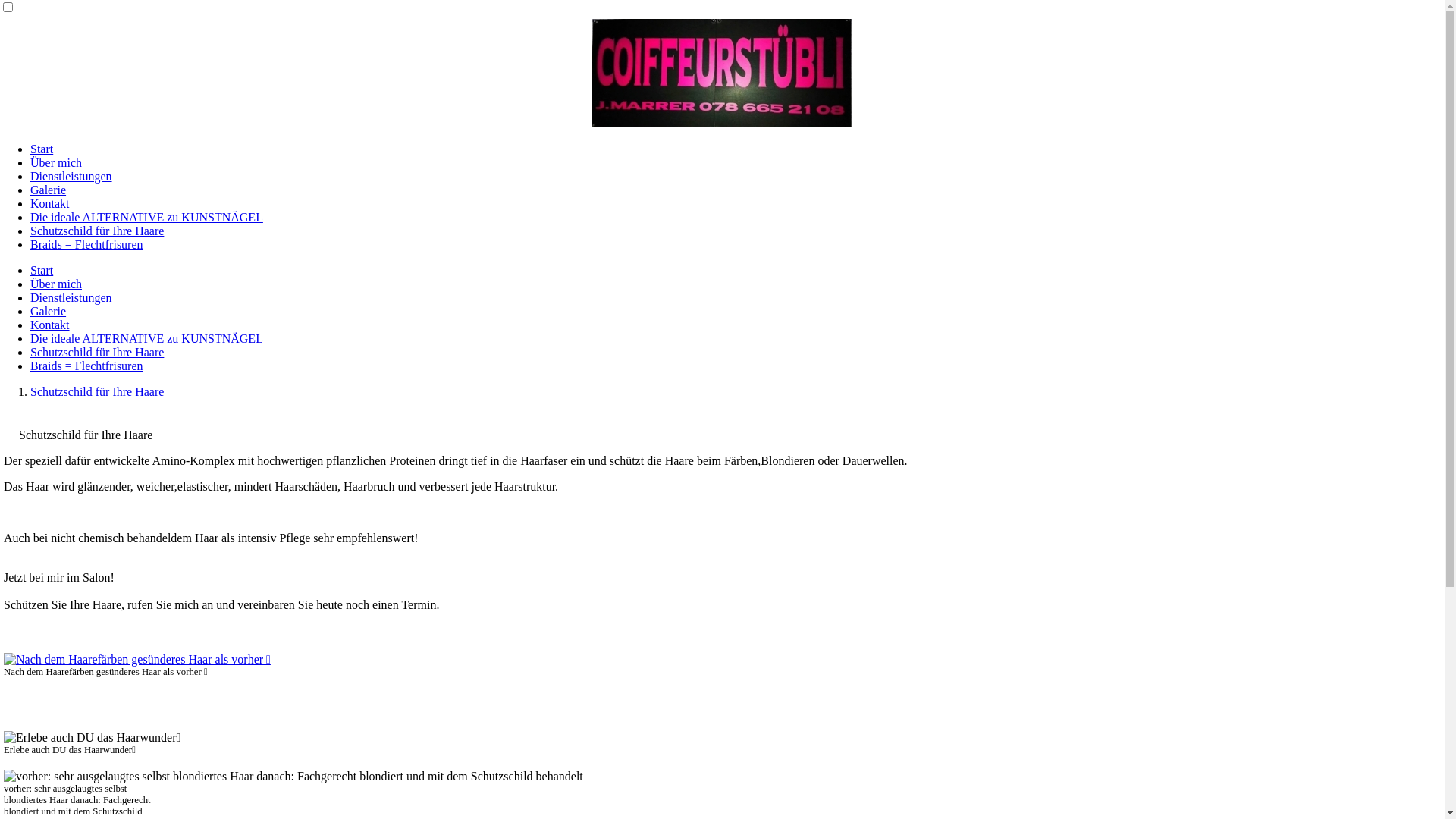 This screenshot has width=1456, height=819. What do you see at coordinates (48, 310) in the screenshot?
I see `'Galerie'` at bounding box center [48, 310].